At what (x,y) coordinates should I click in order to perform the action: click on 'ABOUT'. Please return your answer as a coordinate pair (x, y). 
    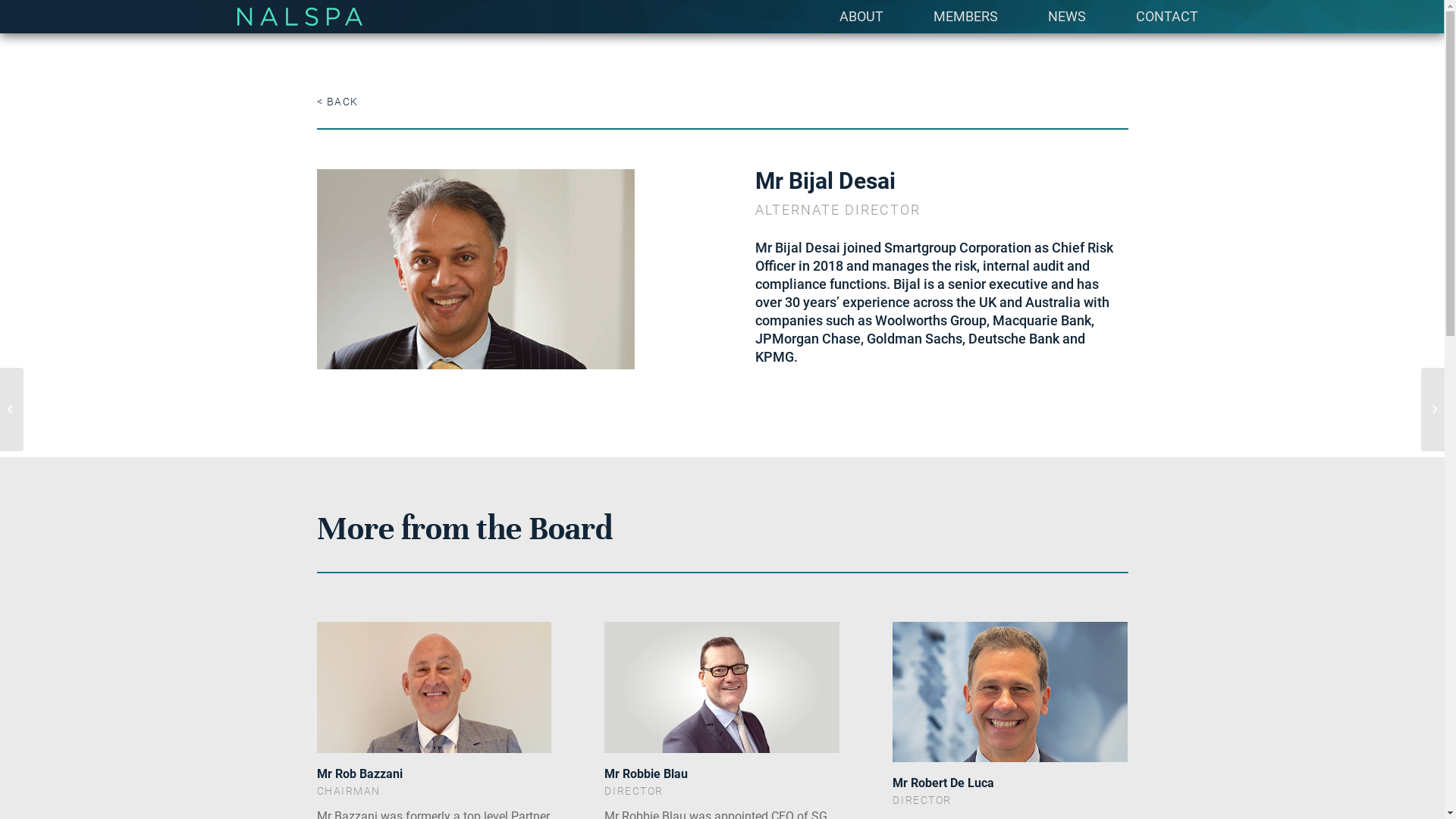
    Looking at the image, I should click on (861, 17).